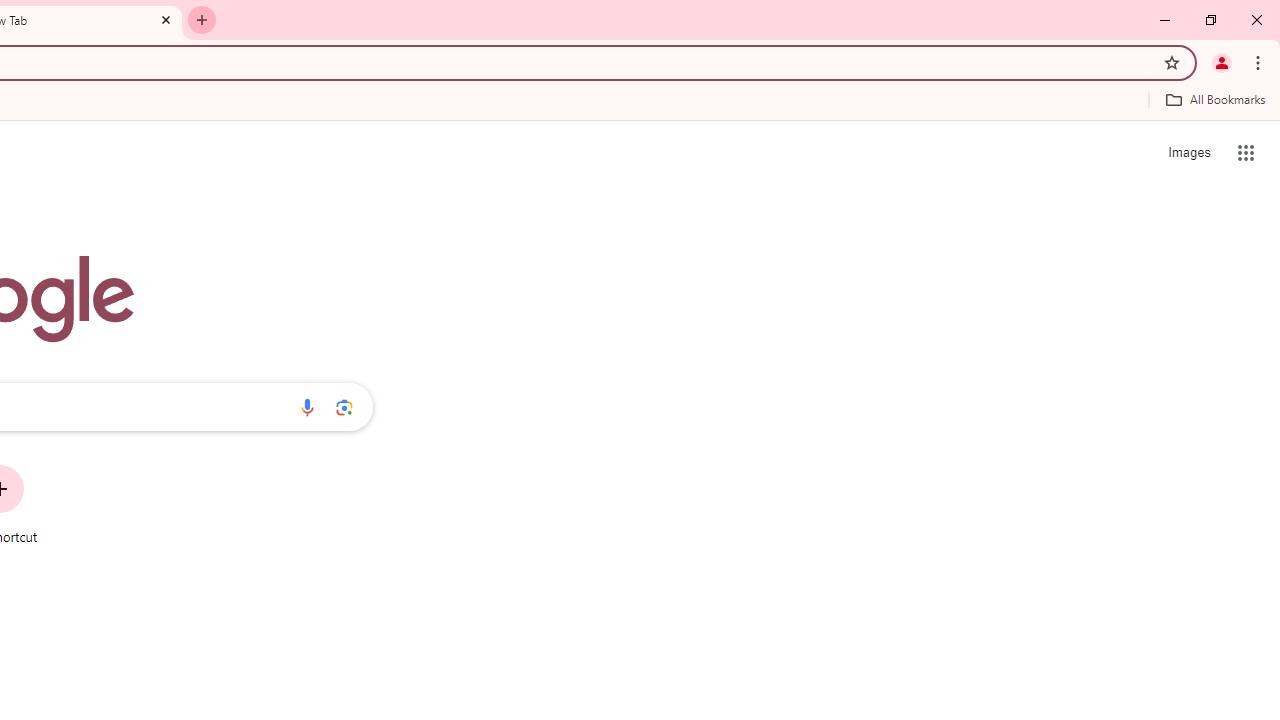 The width and height of the screenshot is (1280, 720). I want to click on 'Minimize', so click(1165, 20).